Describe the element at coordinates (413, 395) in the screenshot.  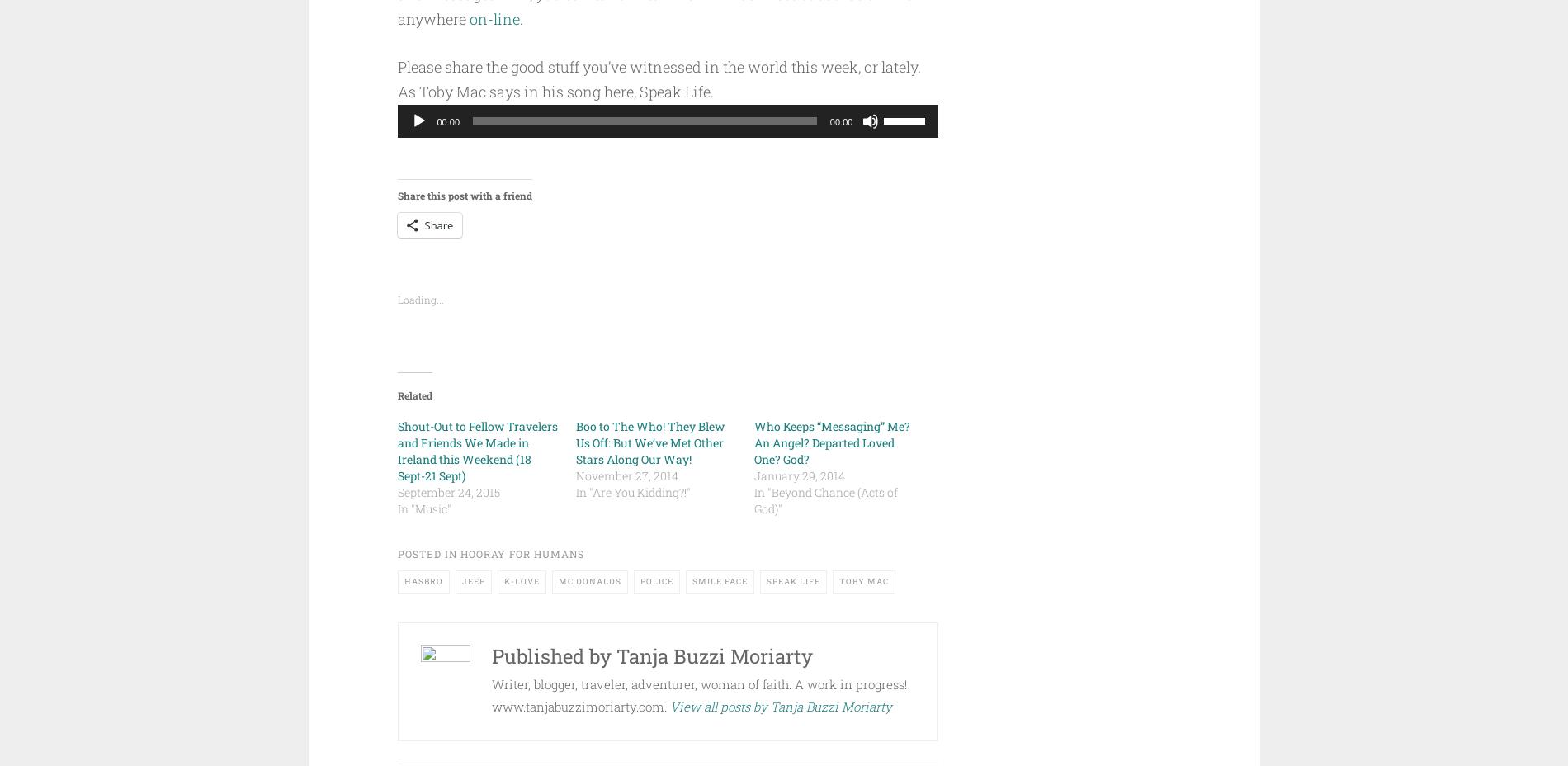
I see `'Related'` at that location.